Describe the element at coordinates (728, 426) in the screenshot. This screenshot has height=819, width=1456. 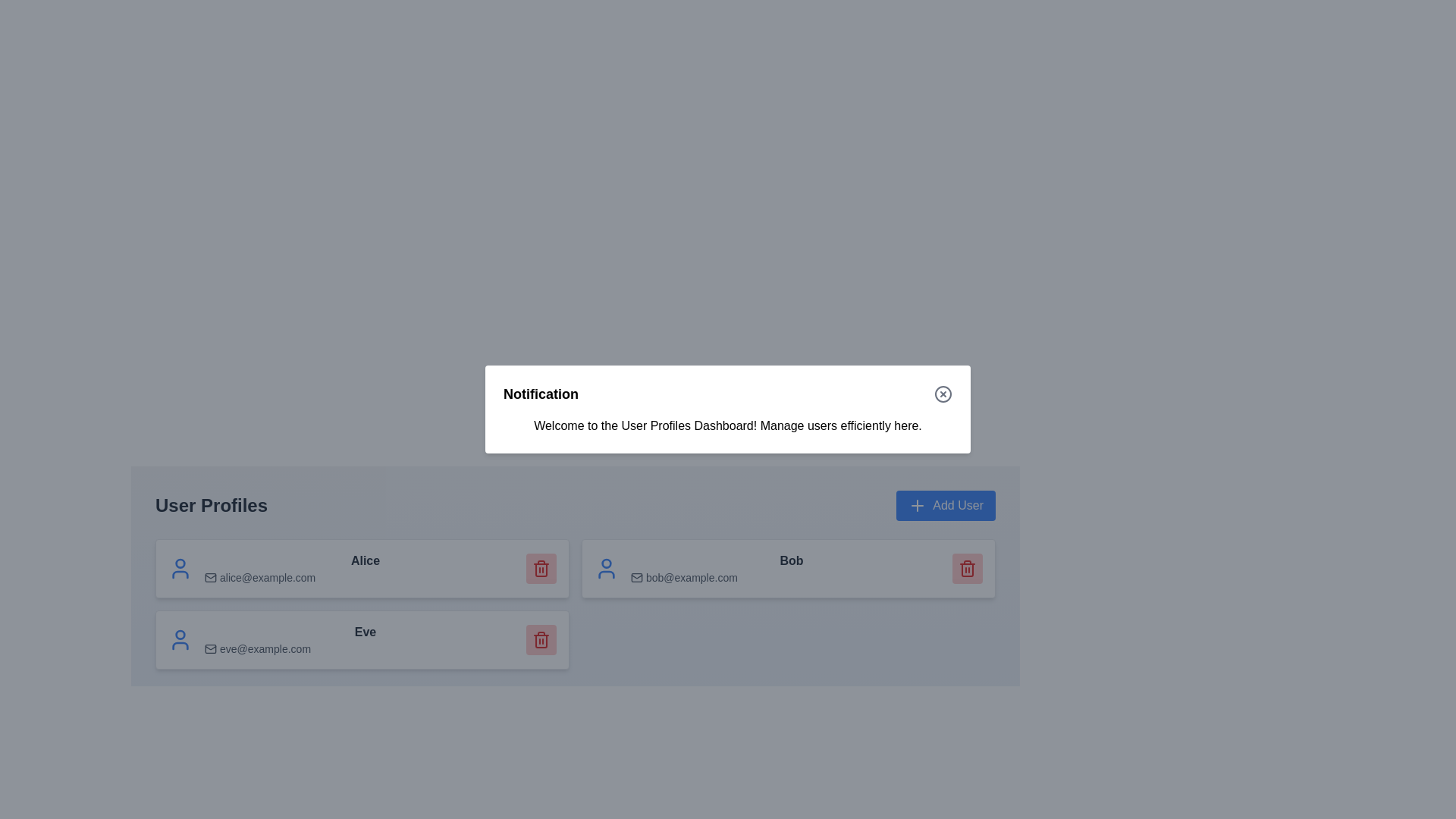
I see `informational text that says 'Welcome to the User Profiles Dashboard! Manage users efficiently here.' located in the notification box at the center-top part of the page` at that location.